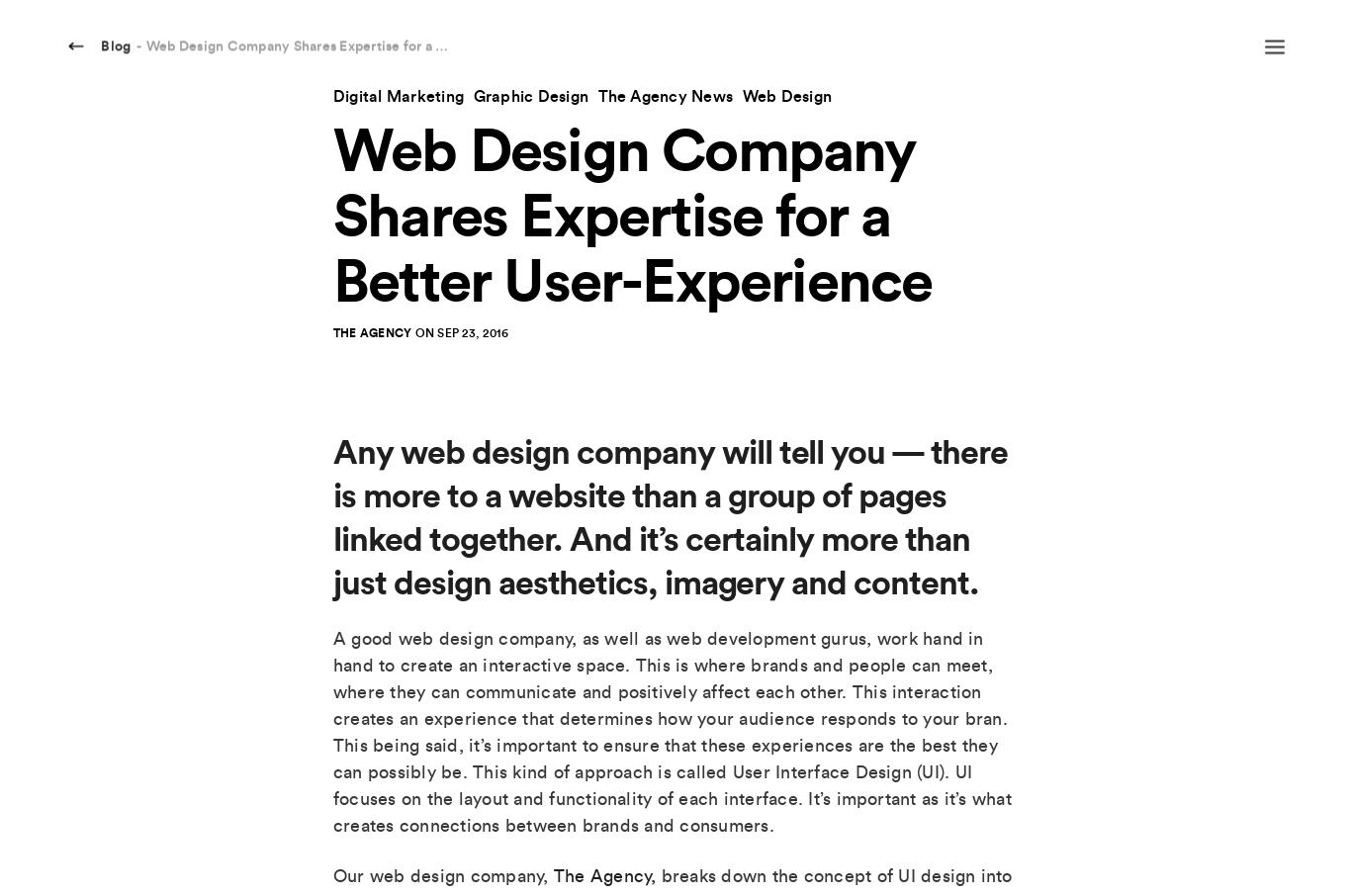  Describe the element at coordinates (786, 746) in the screenshot. I see `'Web Development'` at that location.